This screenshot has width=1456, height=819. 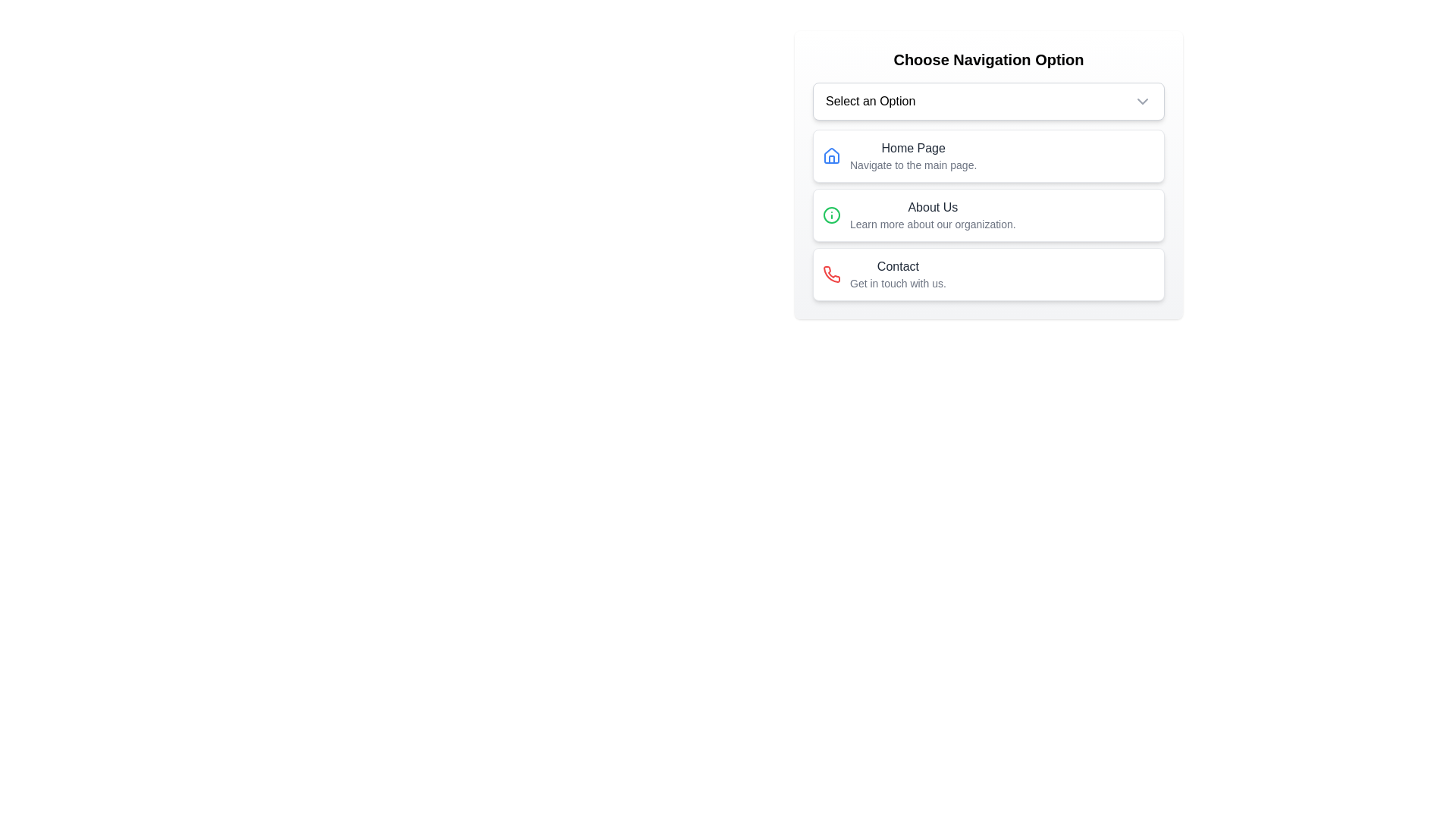 I want to click on the 'Home Page' icon located at the left part of the 'Home Page' row in the navigation menu, so click(x=831, y=155).